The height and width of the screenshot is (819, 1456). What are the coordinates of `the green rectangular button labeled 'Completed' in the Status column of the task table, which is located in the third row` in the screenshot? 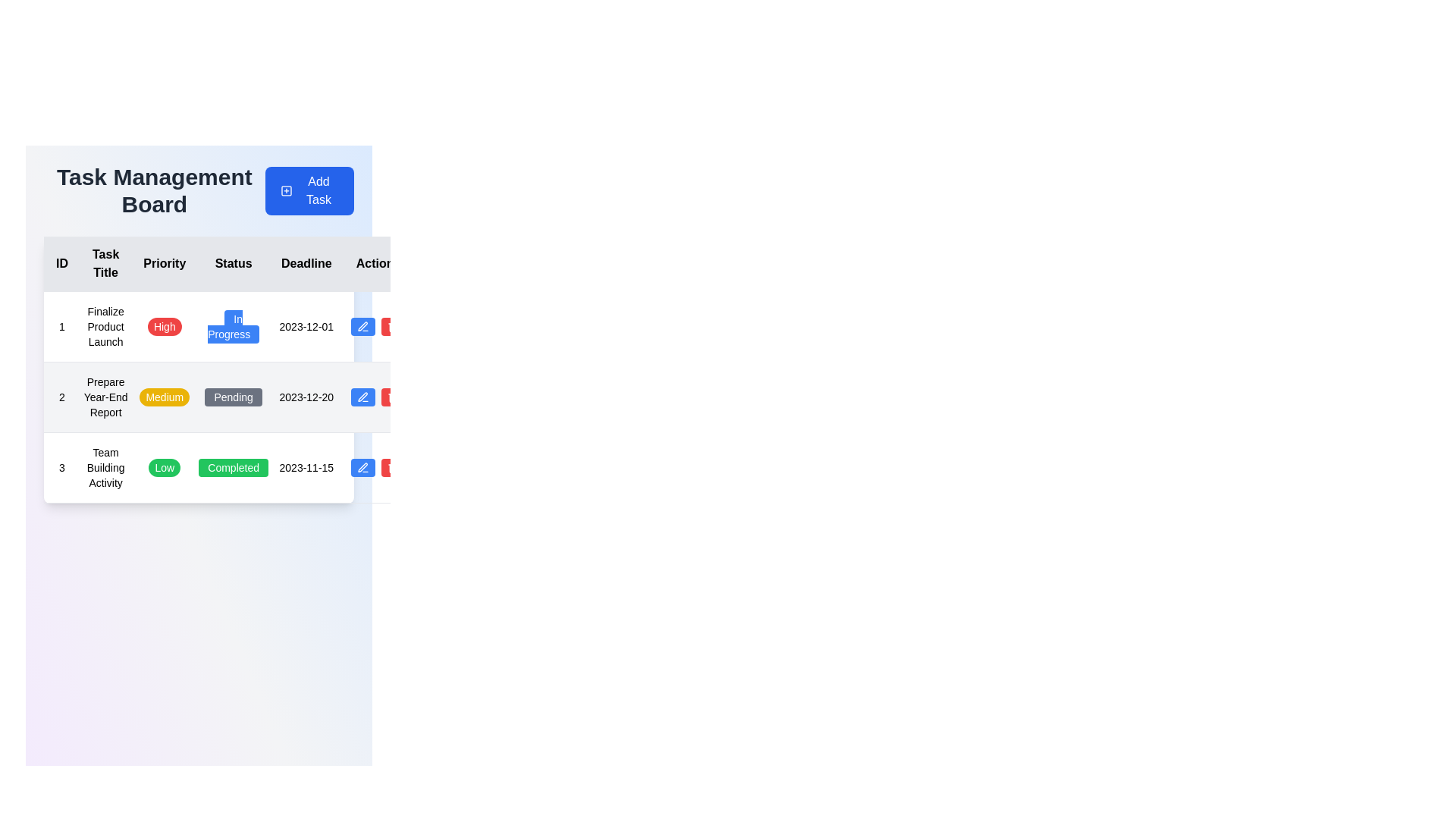 It's located at (233, 467).